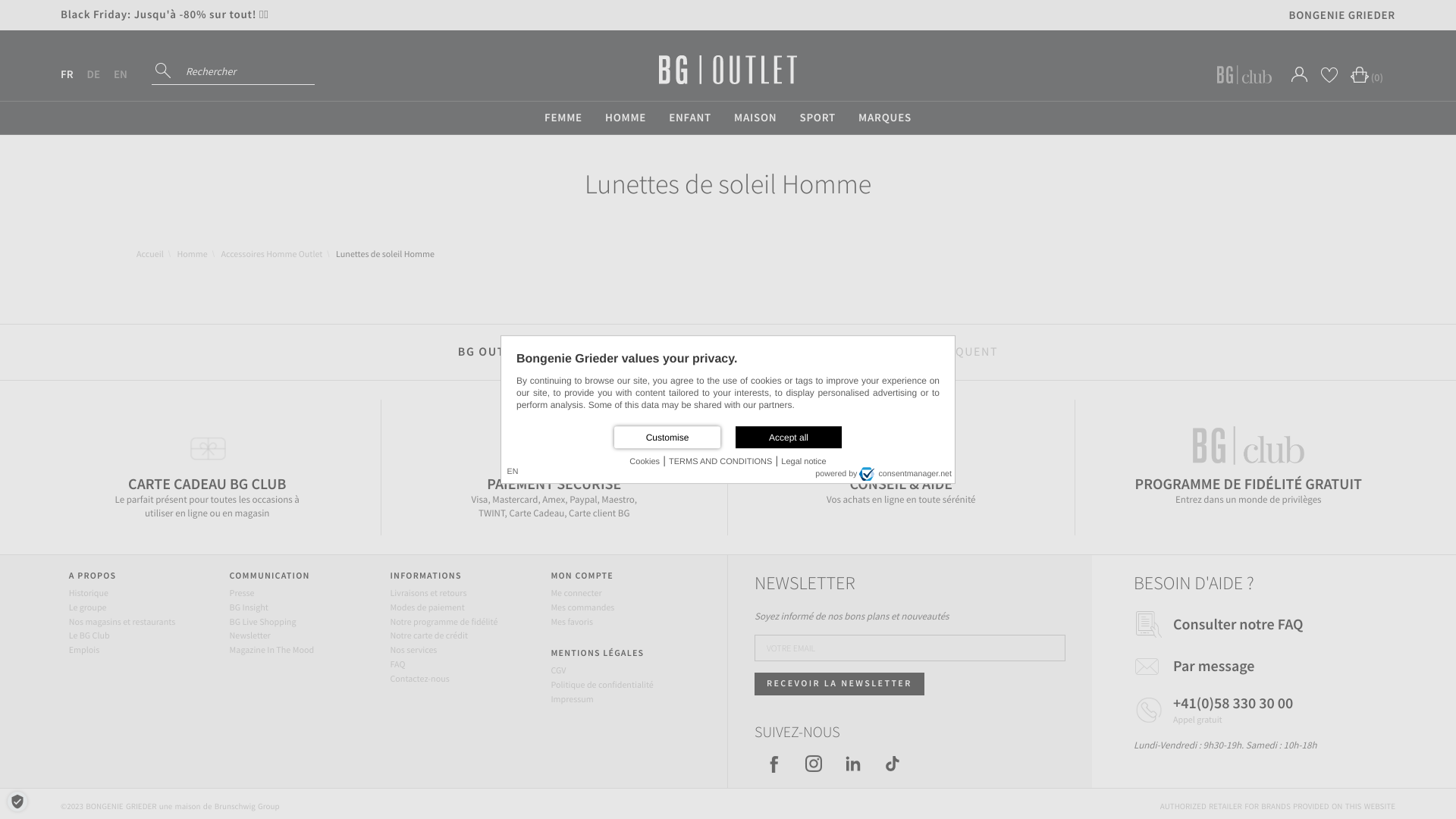 The width and height of the screenshot is (1456, 819). I want to click on 'consentmanager.net', so click(858, 472).